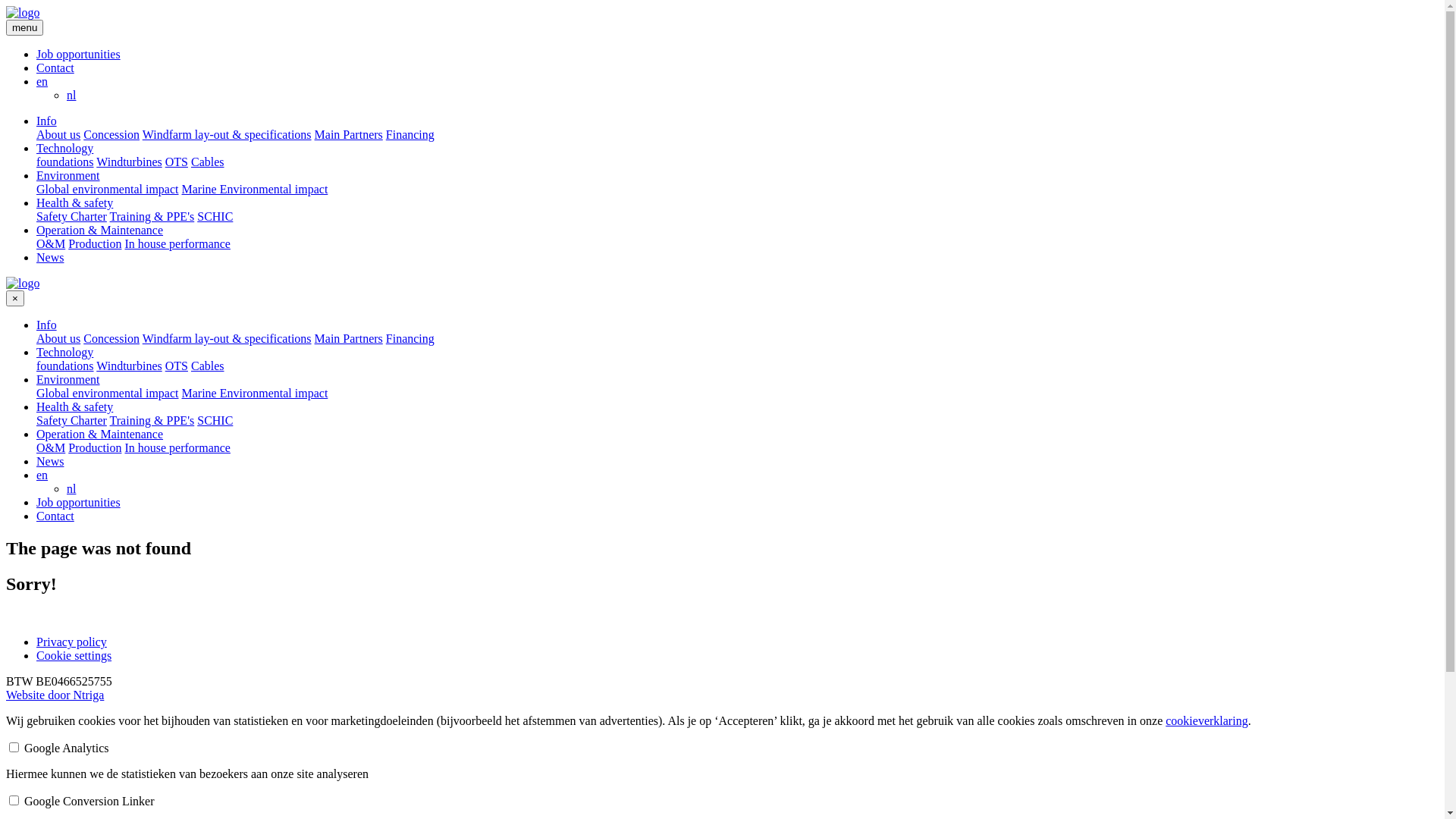  I want to click on 'Technology', so click(64, 352).